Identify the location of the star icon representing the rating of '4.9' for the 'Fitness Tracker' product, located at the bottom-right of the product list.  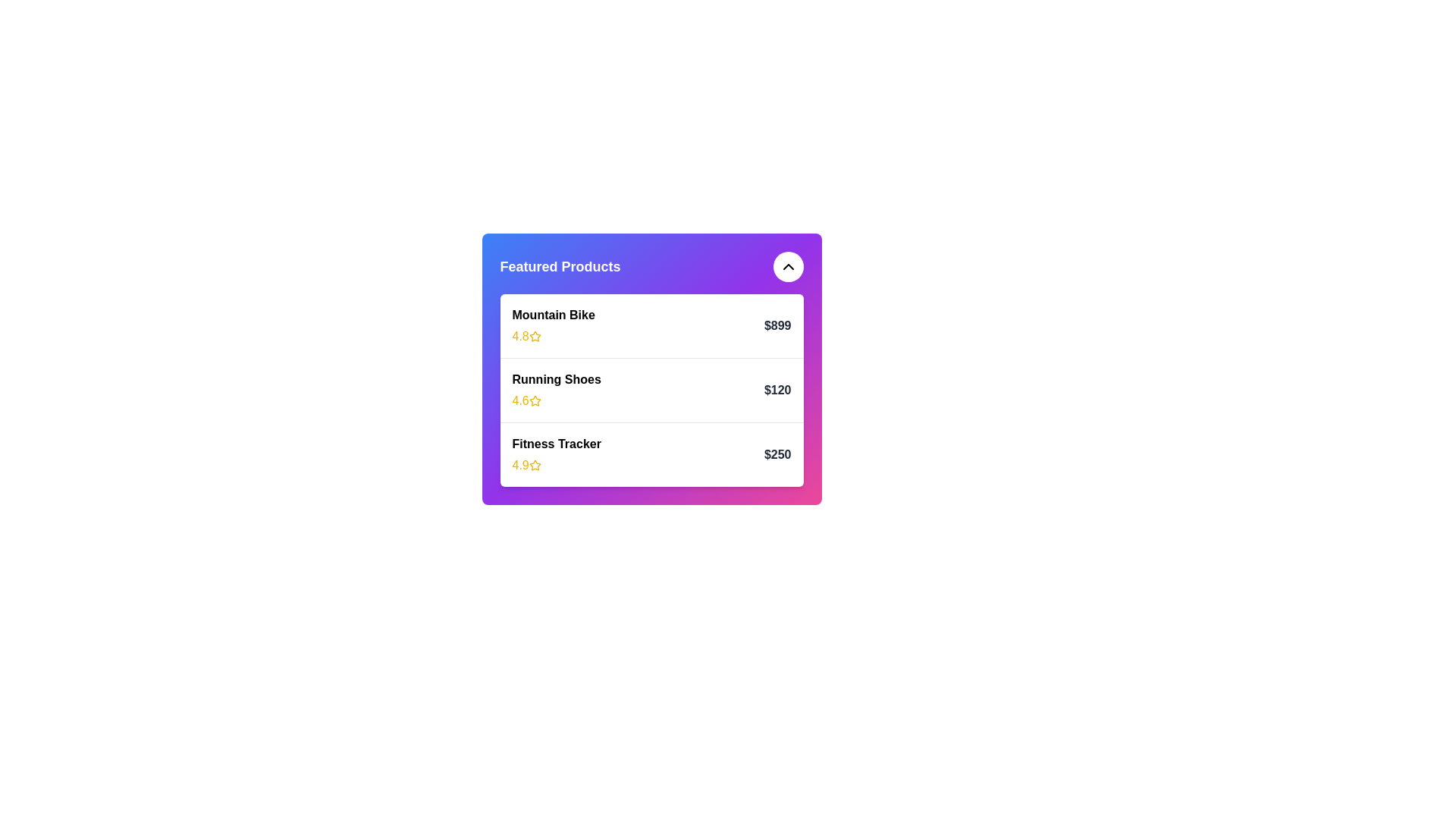
(535, 464).